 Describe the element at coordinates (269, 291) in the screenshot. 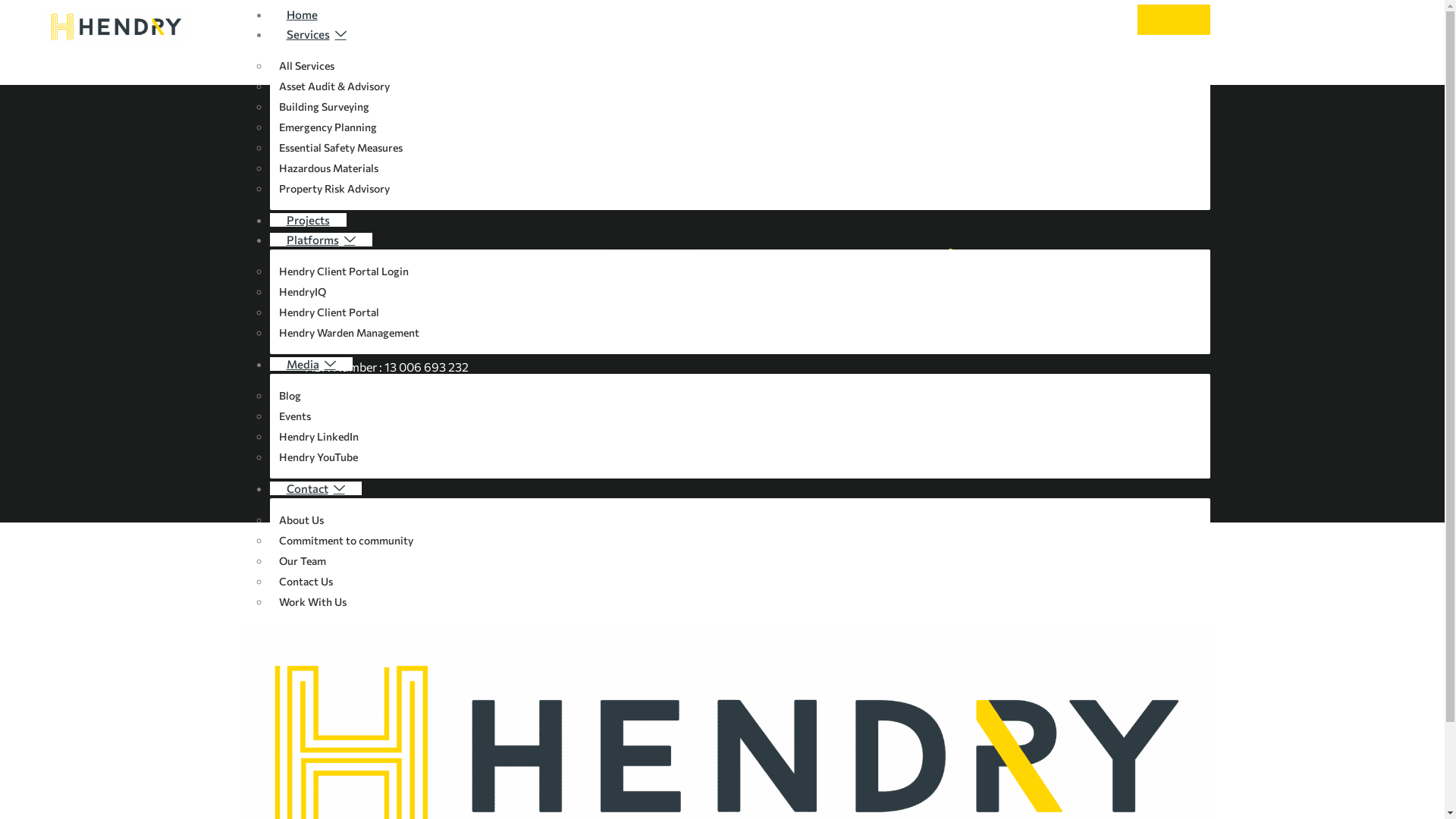

I see `'HendryIQ'` at that location.